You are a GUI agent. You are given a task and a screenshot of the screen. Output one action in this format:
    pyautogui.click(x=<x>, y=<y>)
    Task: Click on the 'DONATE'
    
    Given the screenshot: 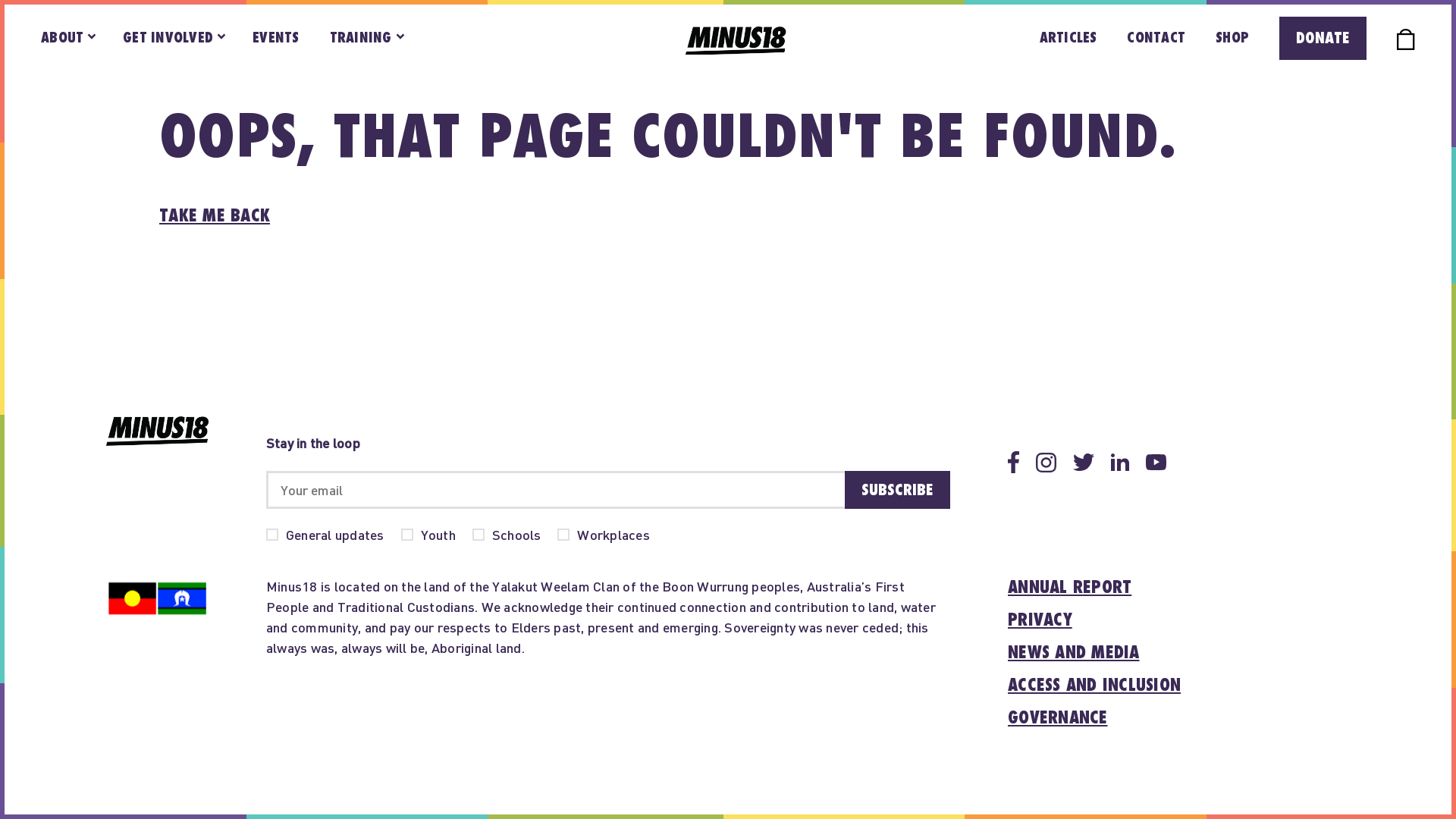 What is the action you would take?
    pyautogui.click(x=1278, y=37)
    